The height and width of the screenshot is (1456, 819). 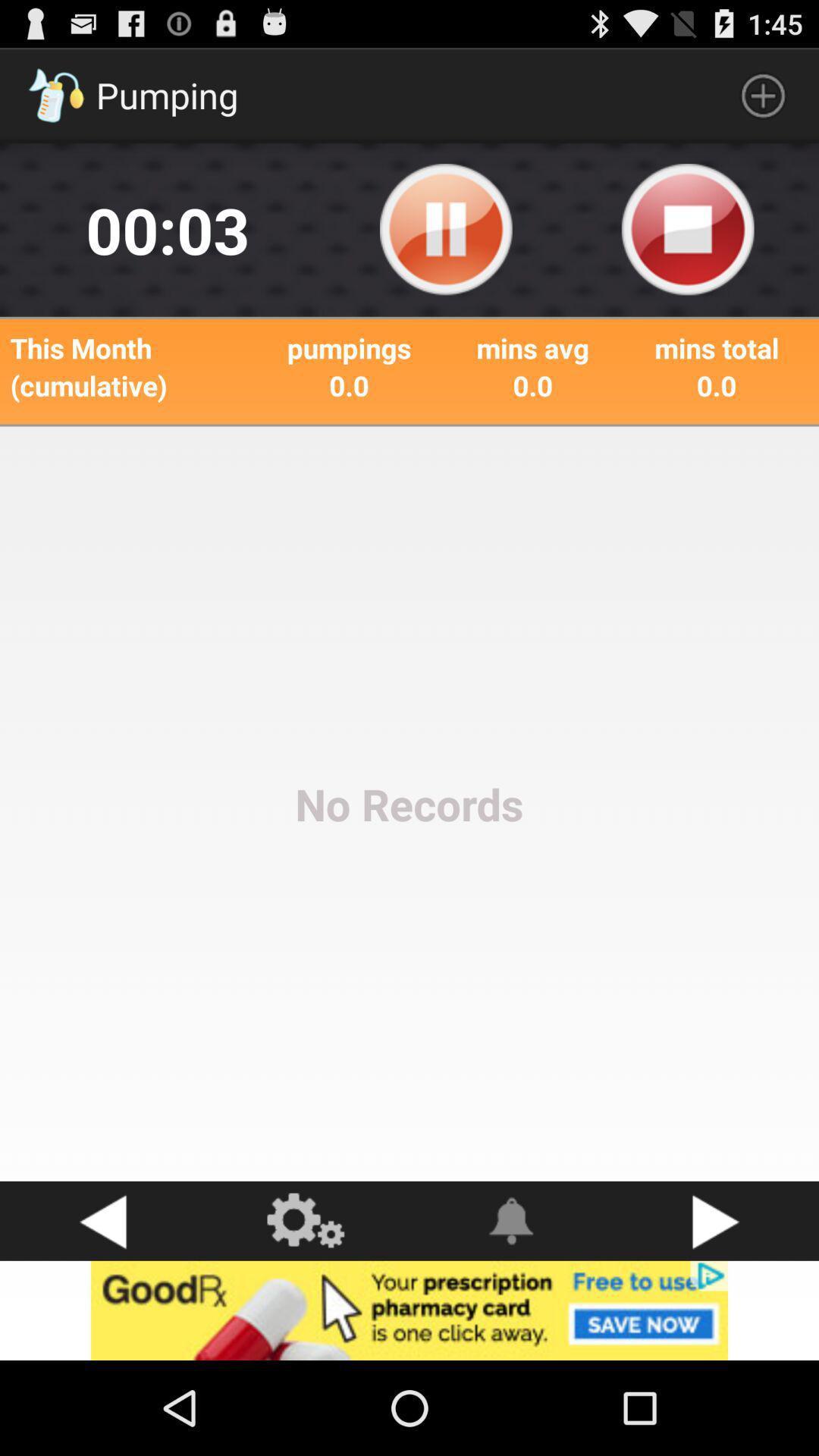 I want to click on pause button, so click(x=445, y=229).